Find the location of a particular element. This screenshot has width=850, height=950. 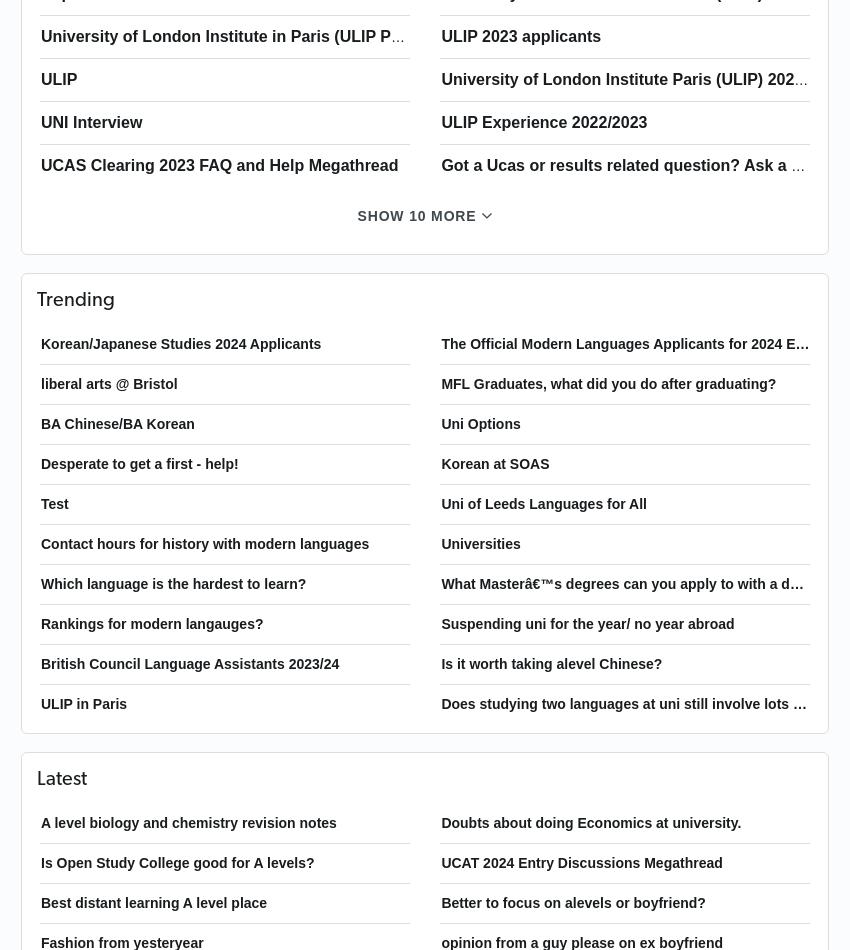

'liberal arts @ Bristol' is located at coordinates (107, 382).